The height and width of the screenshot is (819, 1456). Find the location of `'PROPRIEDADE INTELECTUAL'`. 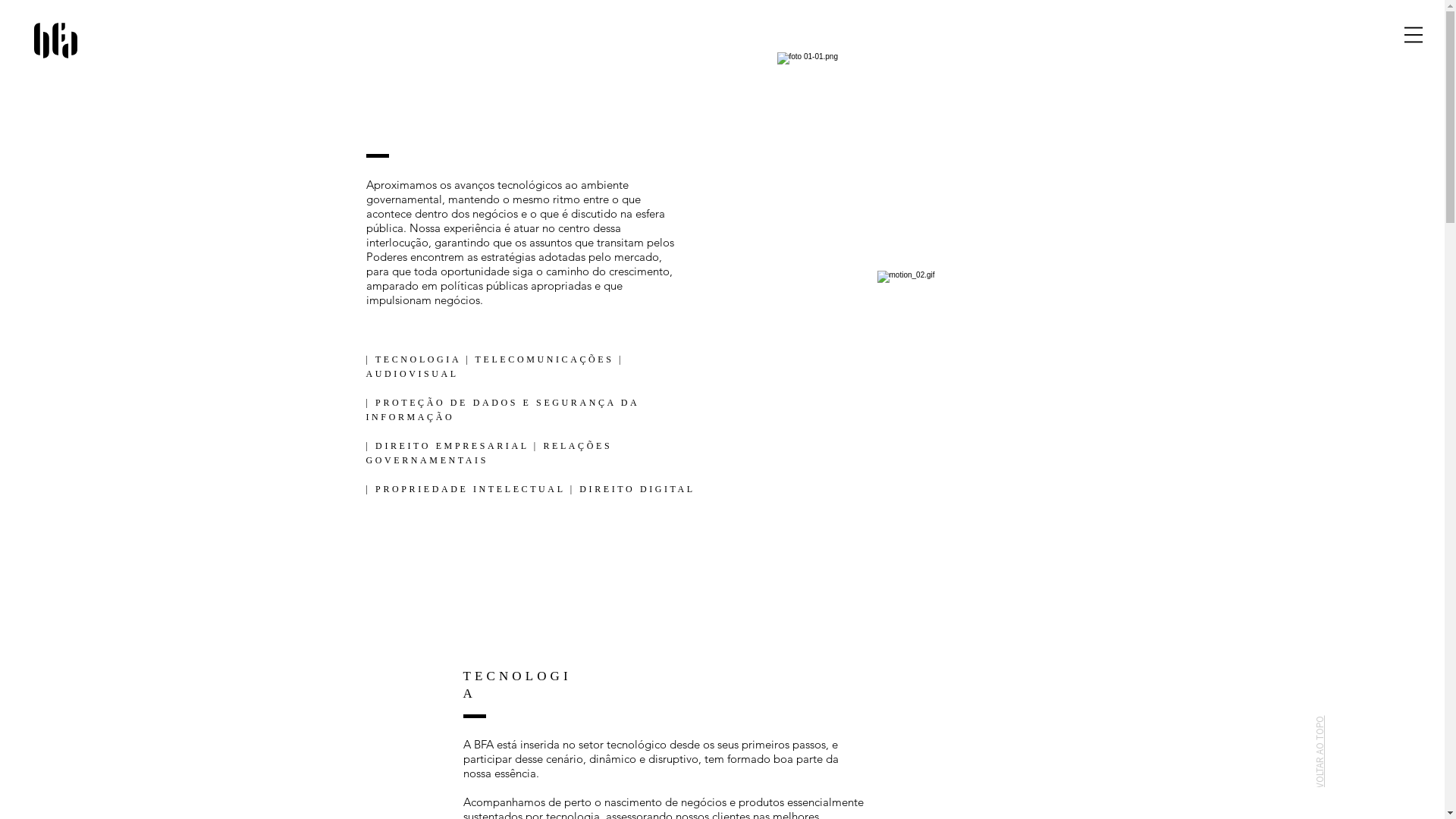

'PROPRIEDADE INTELECTUAL' is located at coordinates (469, 488).